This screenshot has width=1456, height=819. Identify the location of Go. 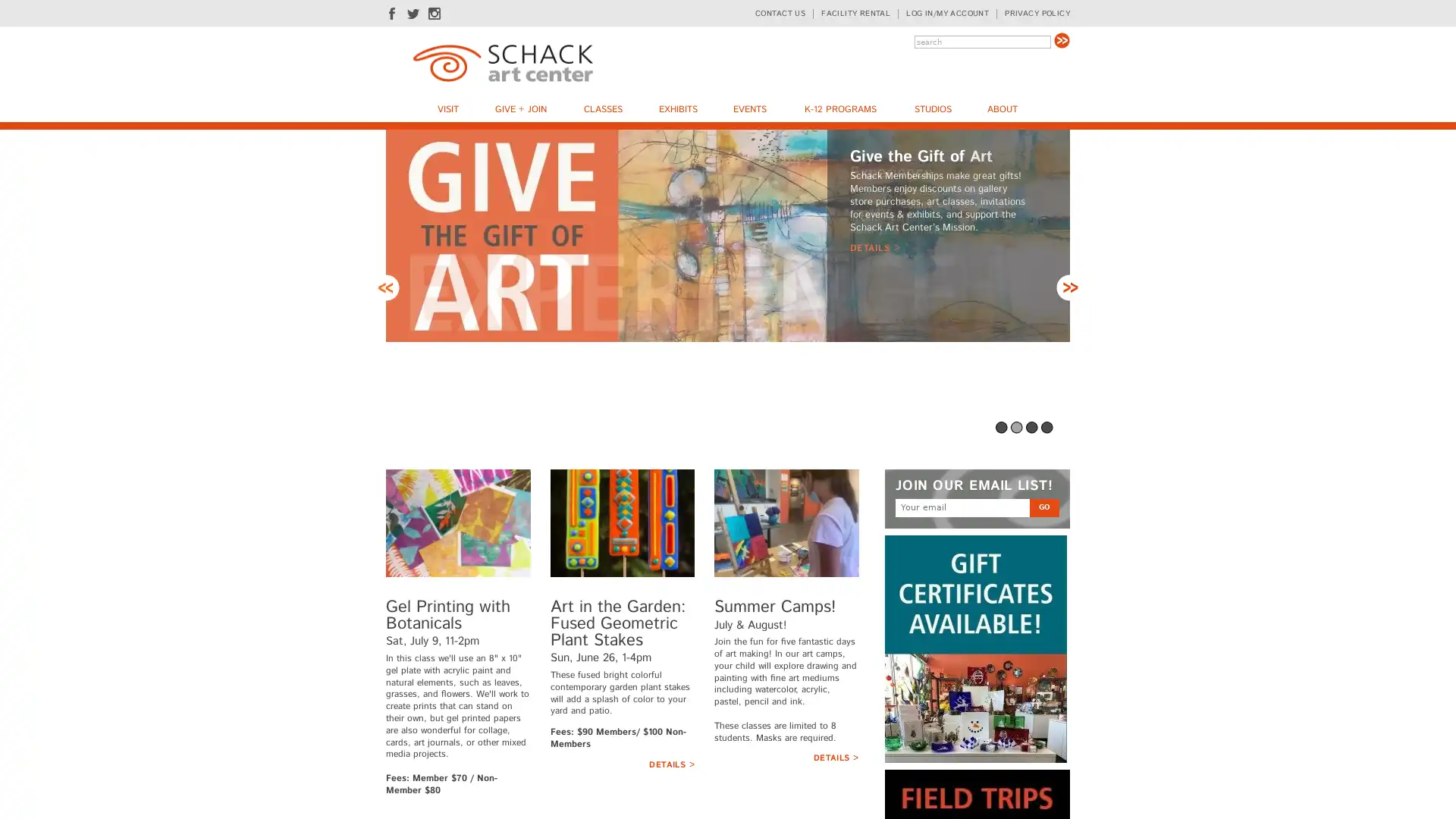
(1043, 507).